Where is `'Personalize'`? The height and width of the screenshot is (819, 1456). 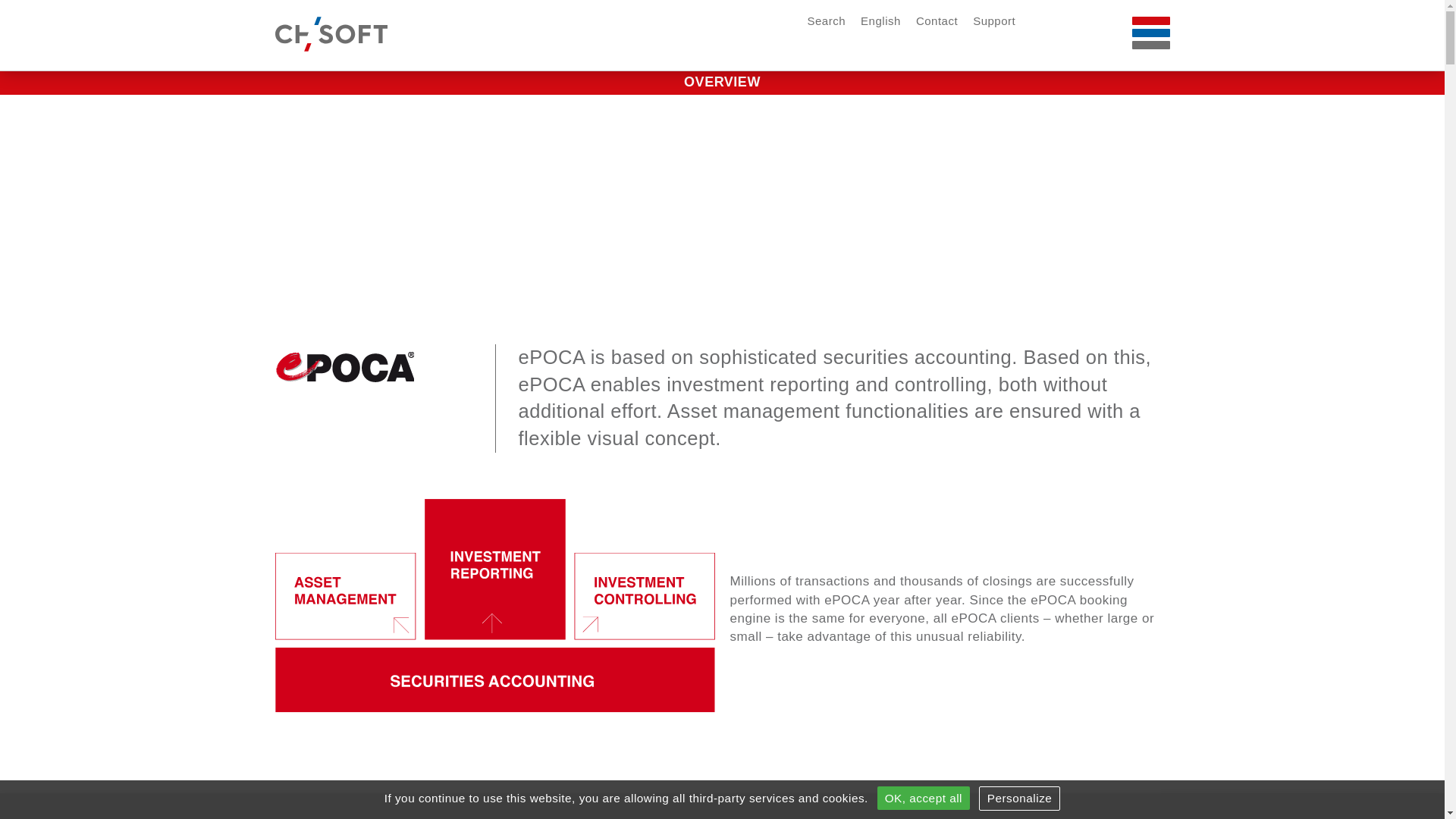
'Personalize' is located at coordinates (979, 798).